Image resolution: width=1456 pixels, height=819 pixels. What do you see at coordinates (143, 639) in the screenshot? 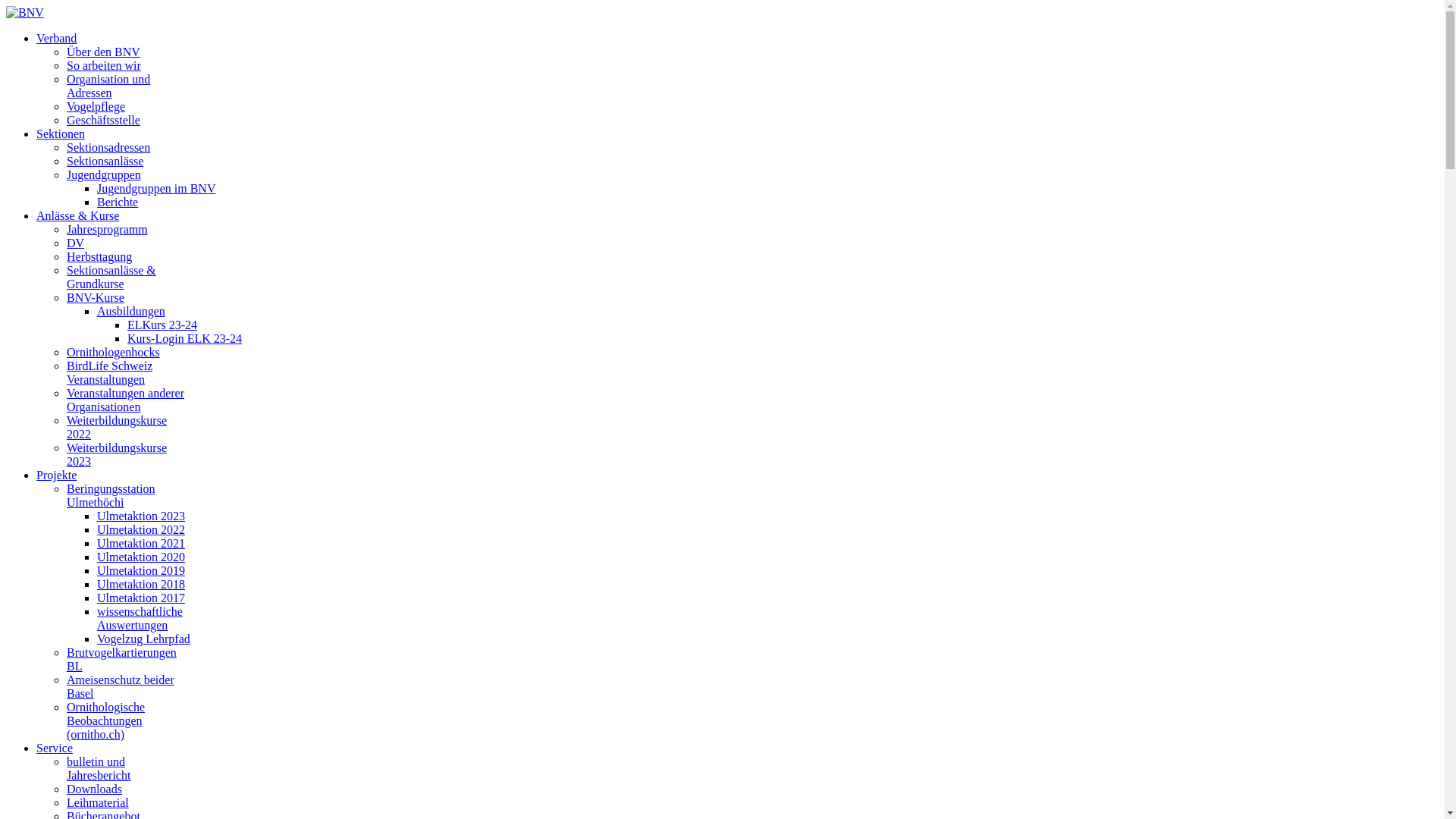
I see `'Vogelzug Lehrpfad'` at bounding box center [143, 639].